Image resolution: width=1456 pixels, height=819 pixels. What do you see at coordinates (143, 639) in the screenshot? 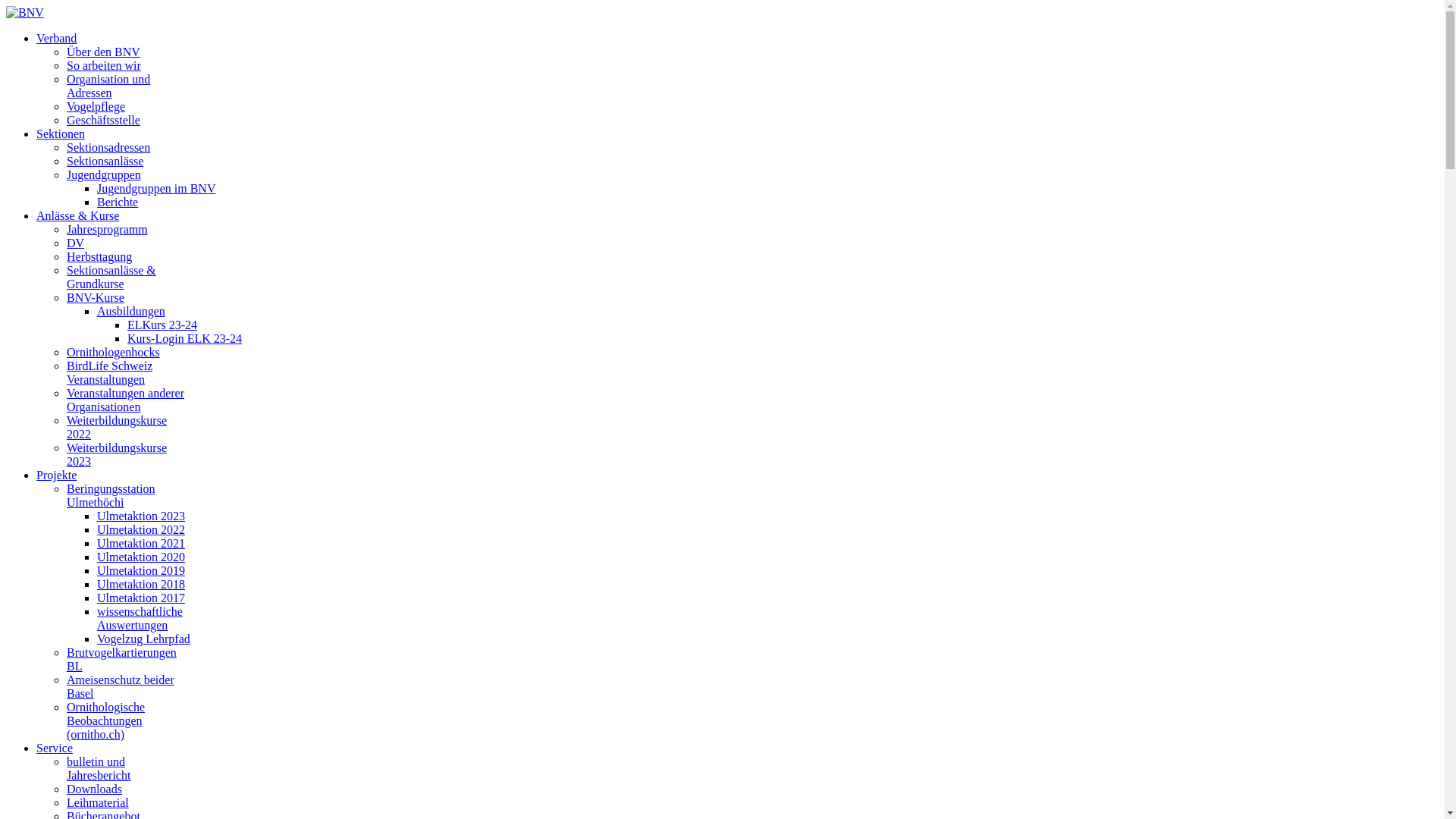
I see `'Vogelzug Lehrpfad'` at bounding box center [143, 639].